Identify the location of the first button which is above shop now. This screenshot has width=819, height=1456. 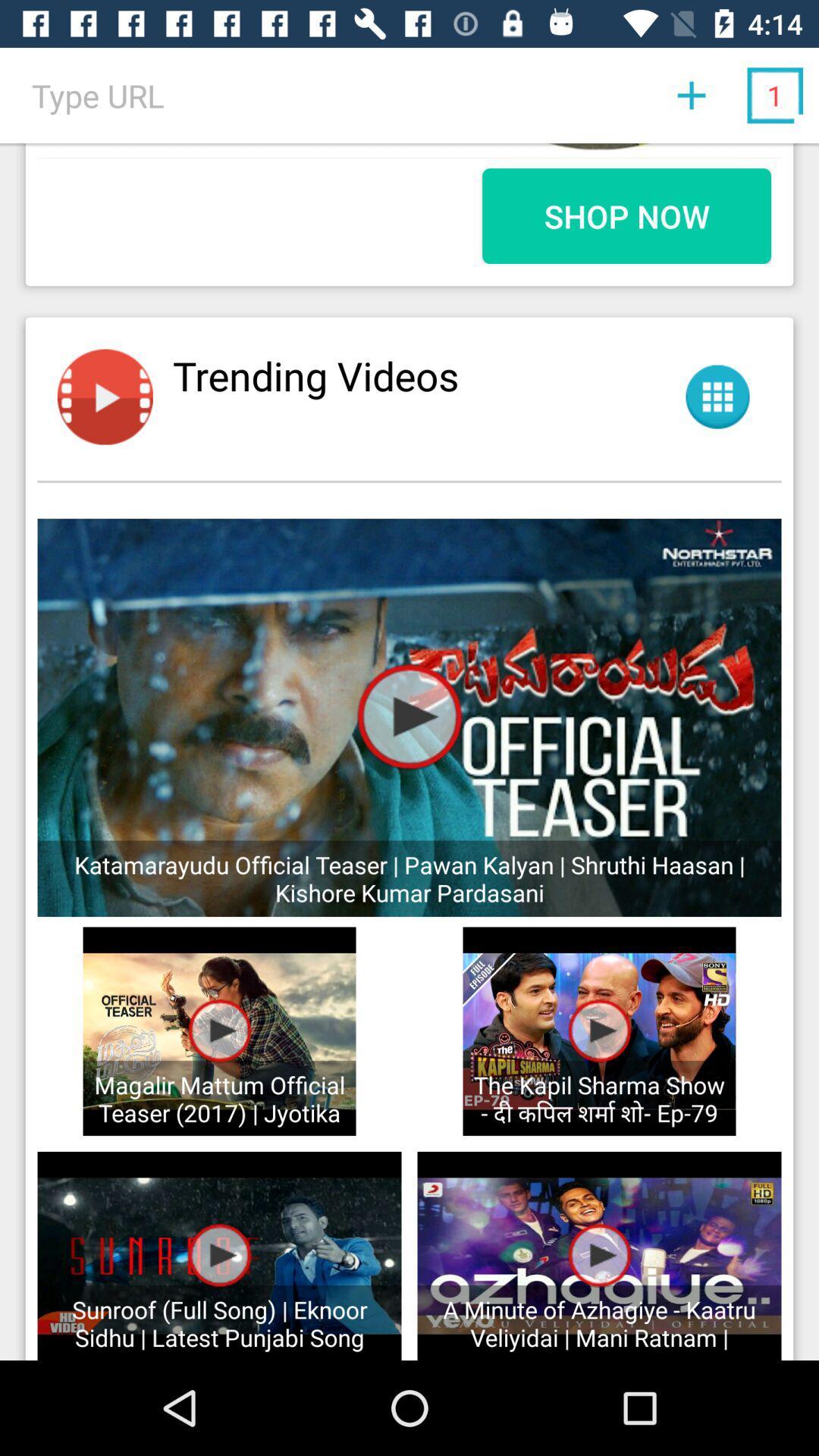
(692, 95).